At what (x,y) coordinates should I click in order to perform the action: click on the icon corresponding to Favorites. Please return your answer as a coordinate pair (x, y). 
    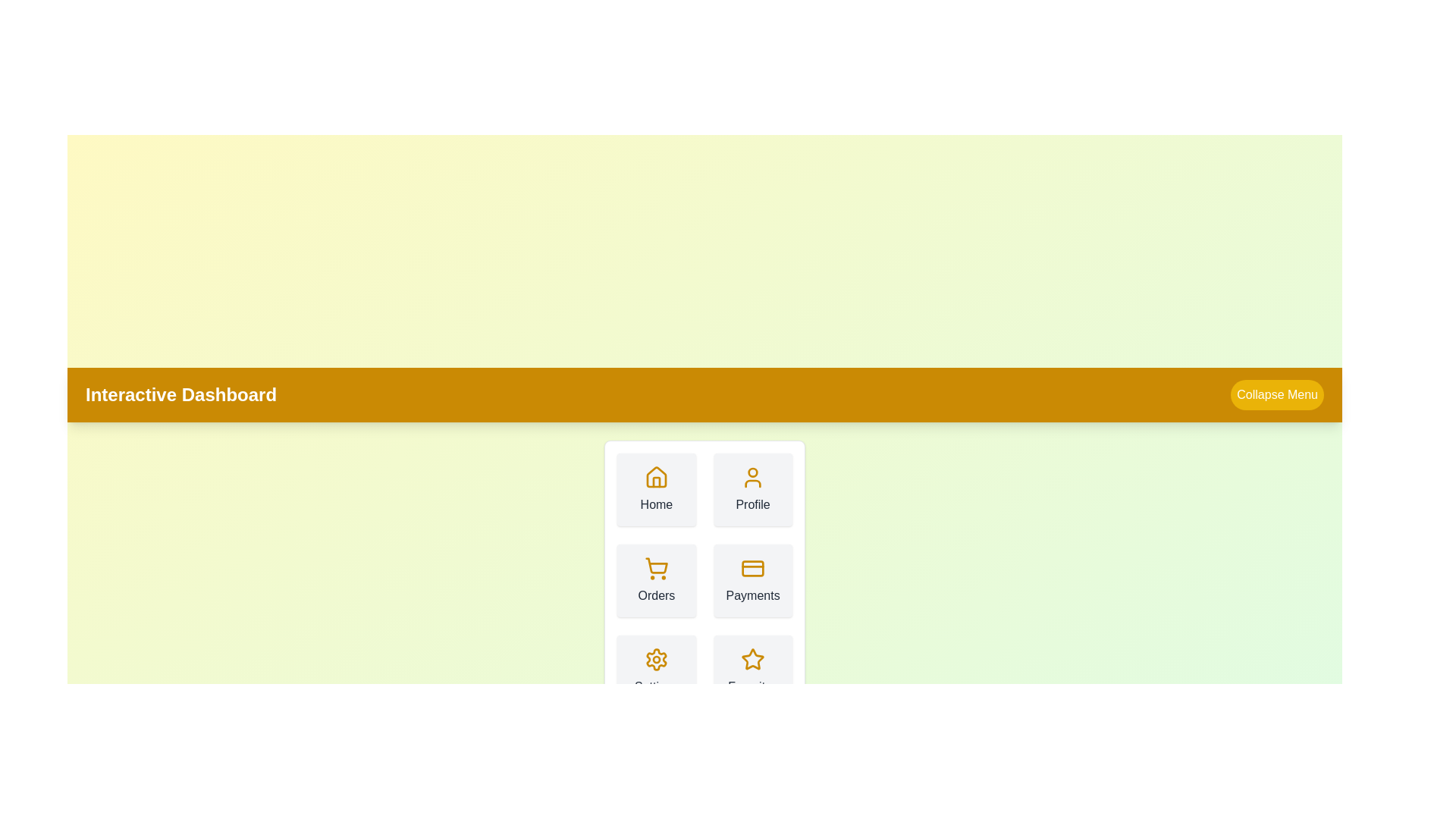
    Looking at the image, I should click on (753, 659).